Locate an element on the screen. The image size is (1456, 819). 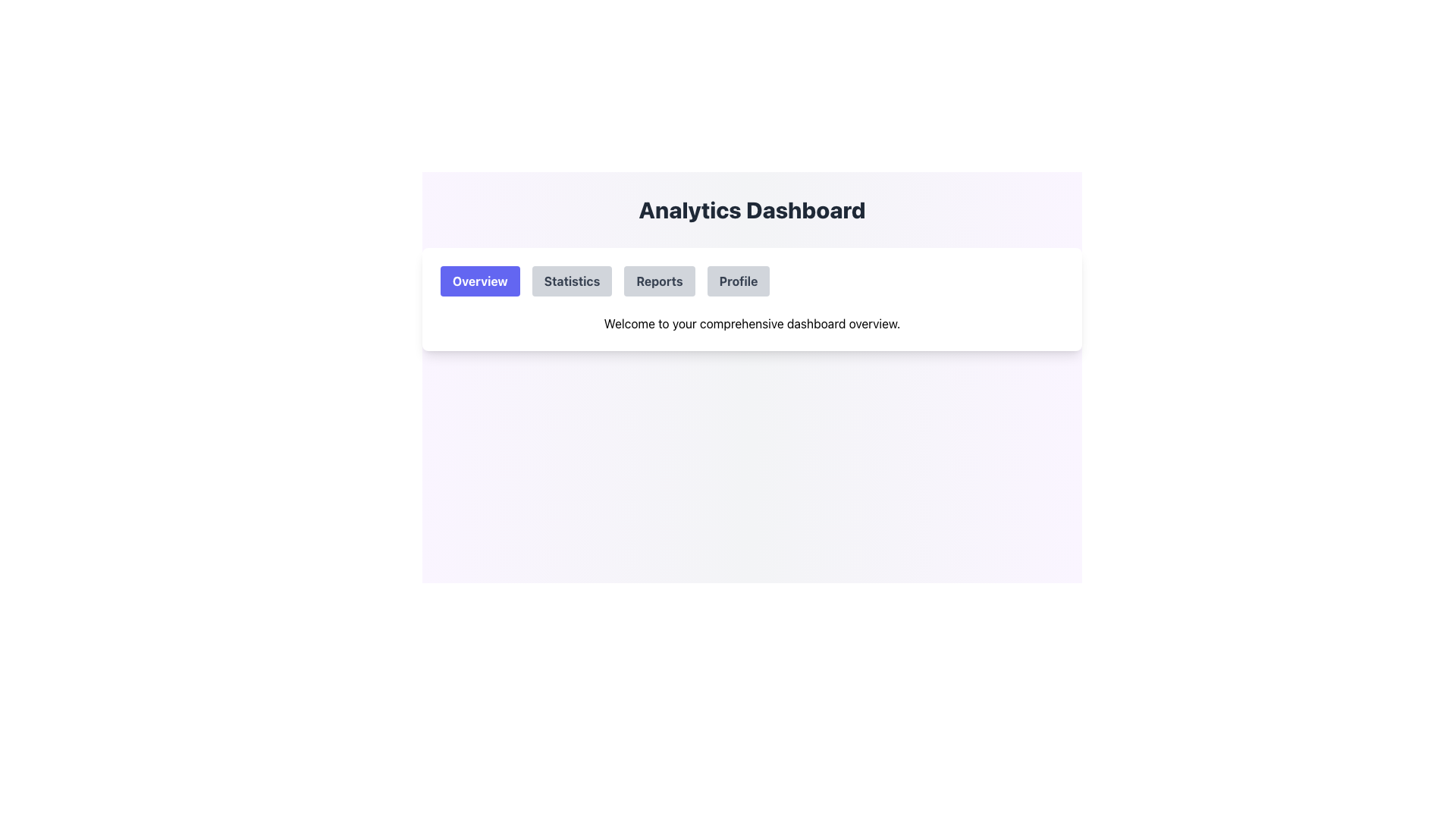
the leftmost navigation button under the title 'Analytics Dashboard' is located at coordinates (479, 281).